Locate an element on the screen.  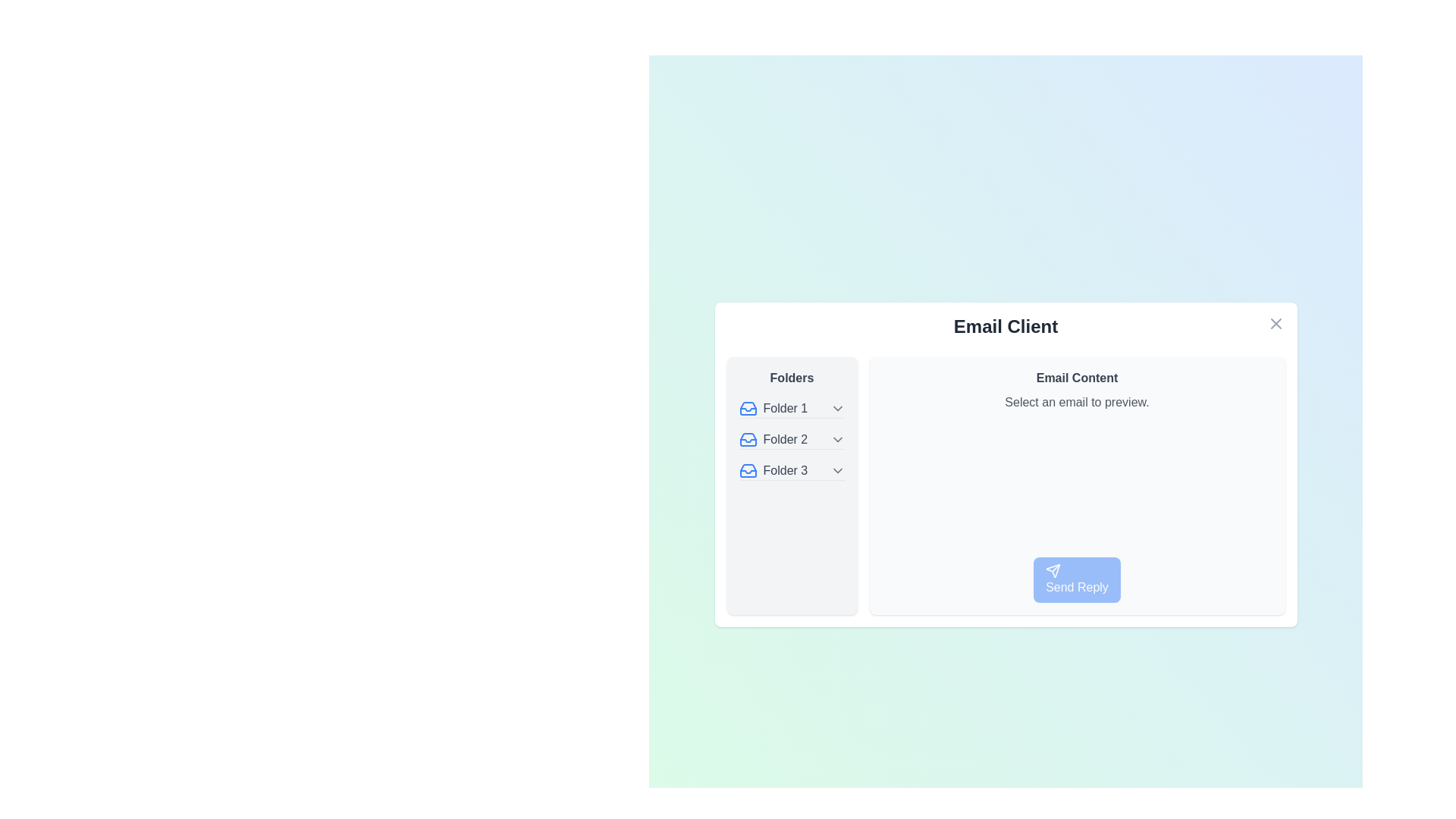
the graphical inbox icon located in the sidebar under the 'Folders' section, next to 'Folder 1' is located at coordinates (748, 408).